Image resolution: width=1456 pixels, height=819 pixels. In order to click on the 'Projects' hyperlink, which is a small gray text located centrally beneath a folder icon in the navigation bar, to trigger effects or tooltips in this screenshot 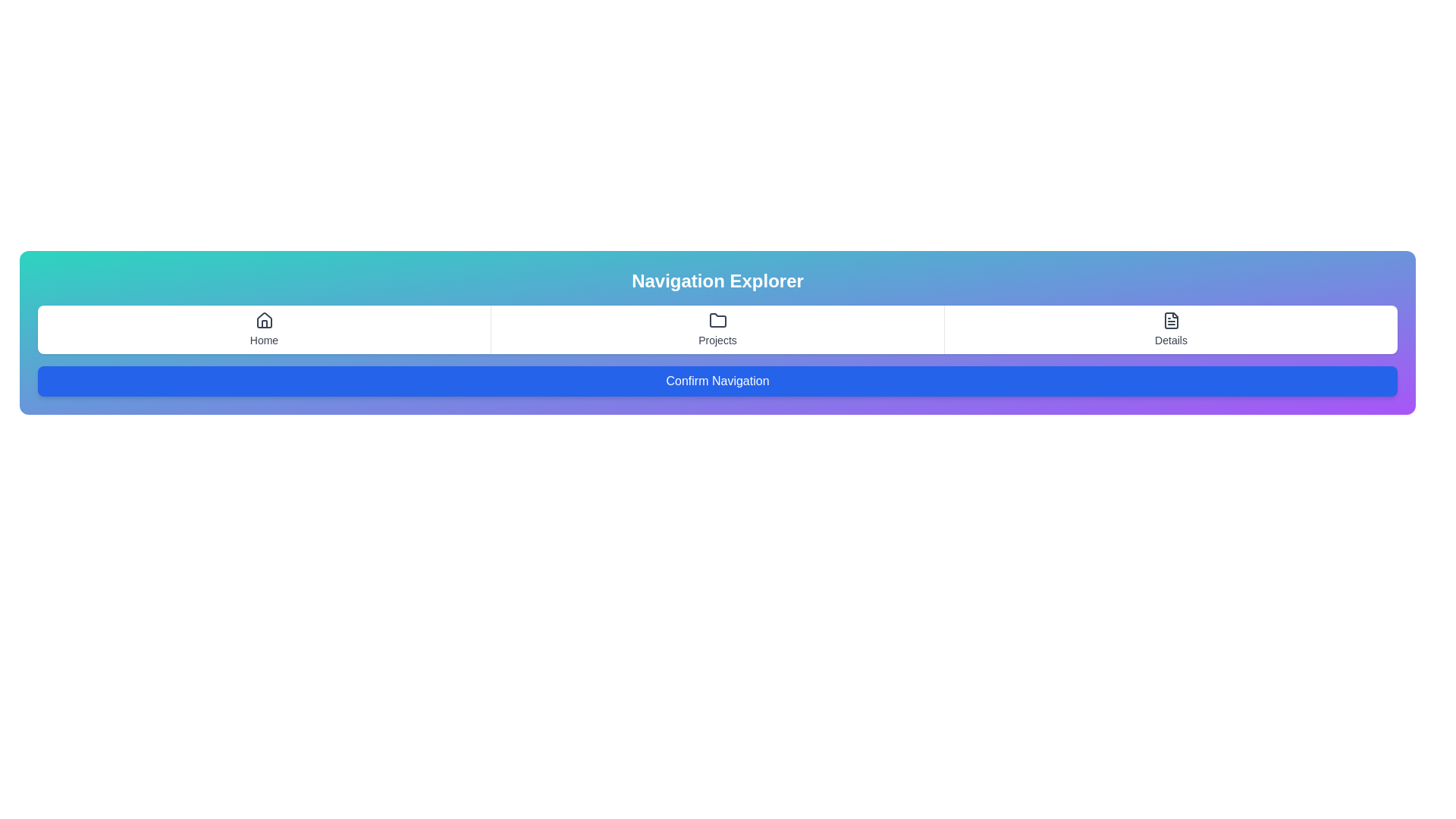, I will do `click(717, 339)`.